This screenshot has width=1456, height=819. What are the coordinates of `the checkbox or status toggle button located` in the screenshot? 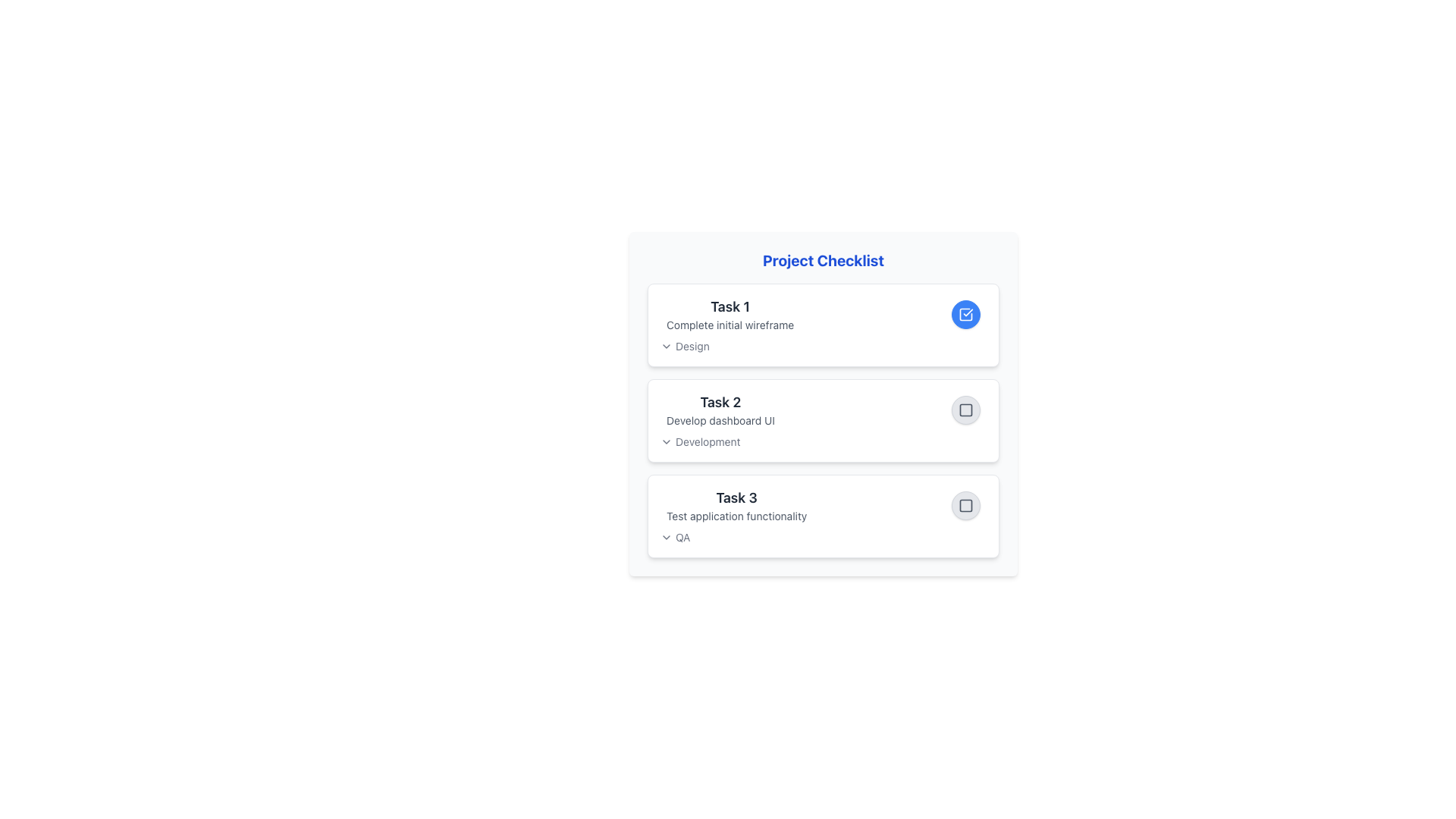 It's located at (965, 506).